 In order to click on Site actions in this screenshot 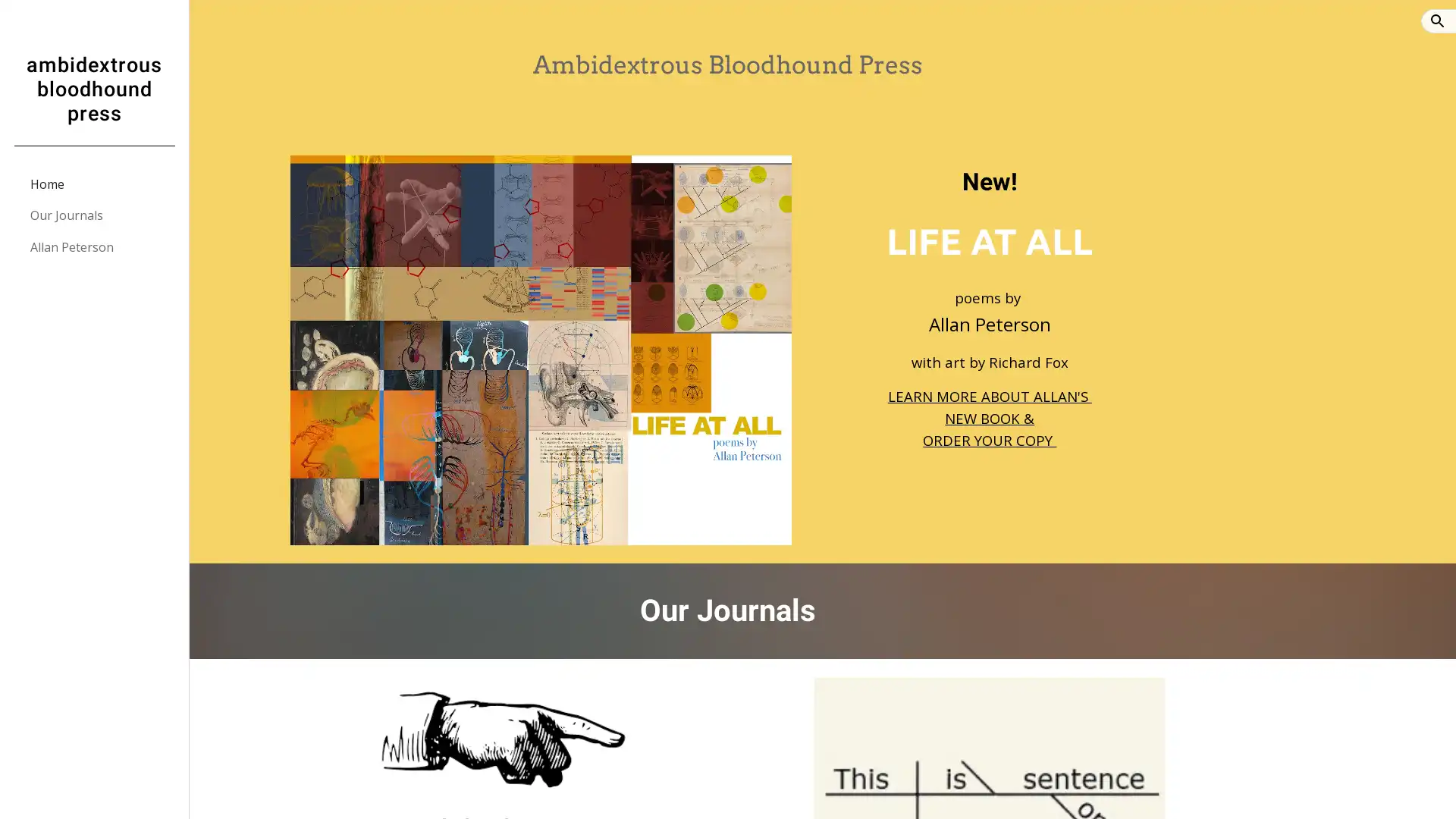, I will do `click(216, 792)`.